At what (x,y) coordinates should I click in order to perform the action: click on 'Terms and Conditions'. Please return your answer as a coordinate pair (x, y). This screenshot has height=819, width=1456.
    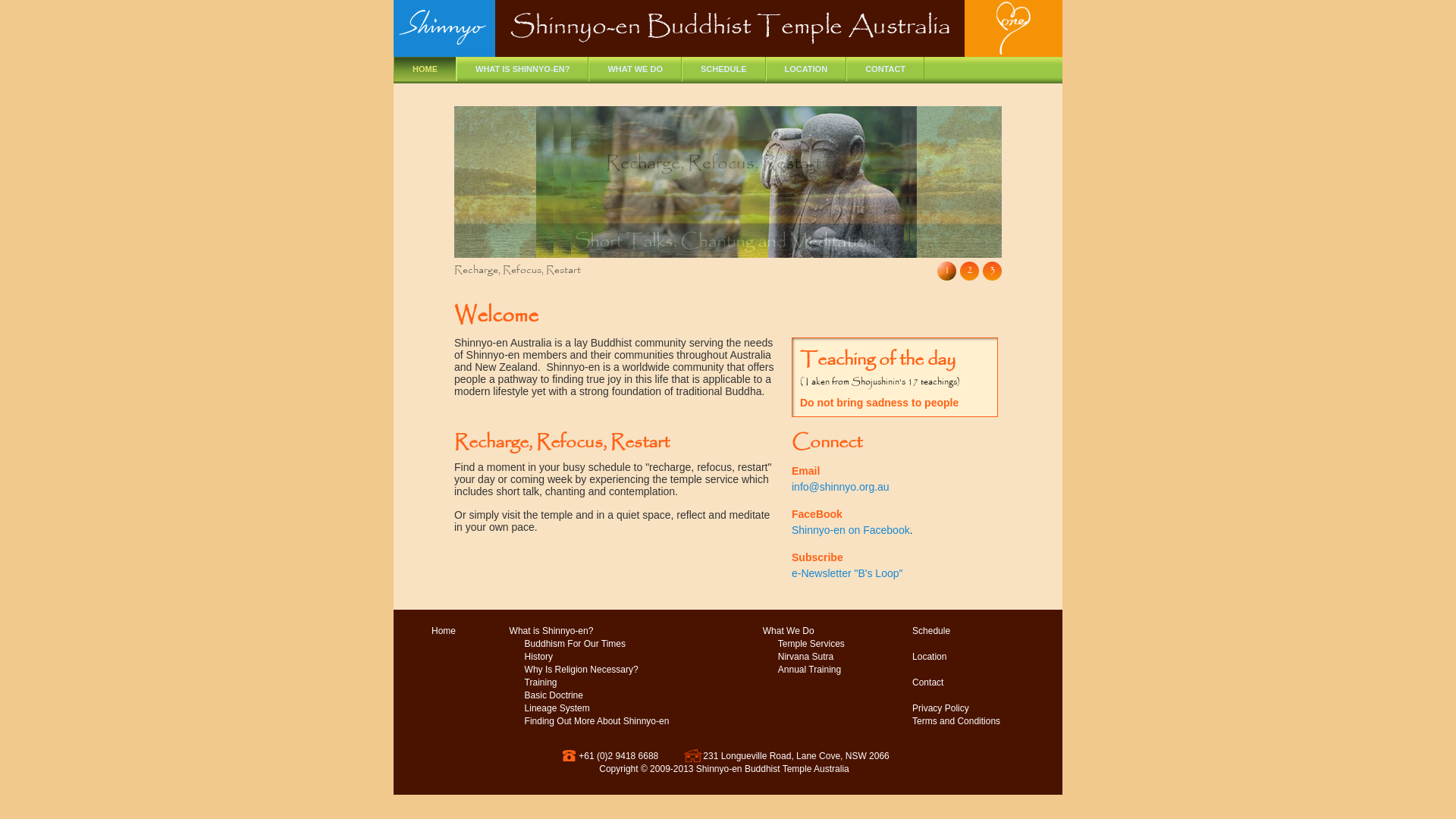
    Looking at the image, I should click on (896, 720).